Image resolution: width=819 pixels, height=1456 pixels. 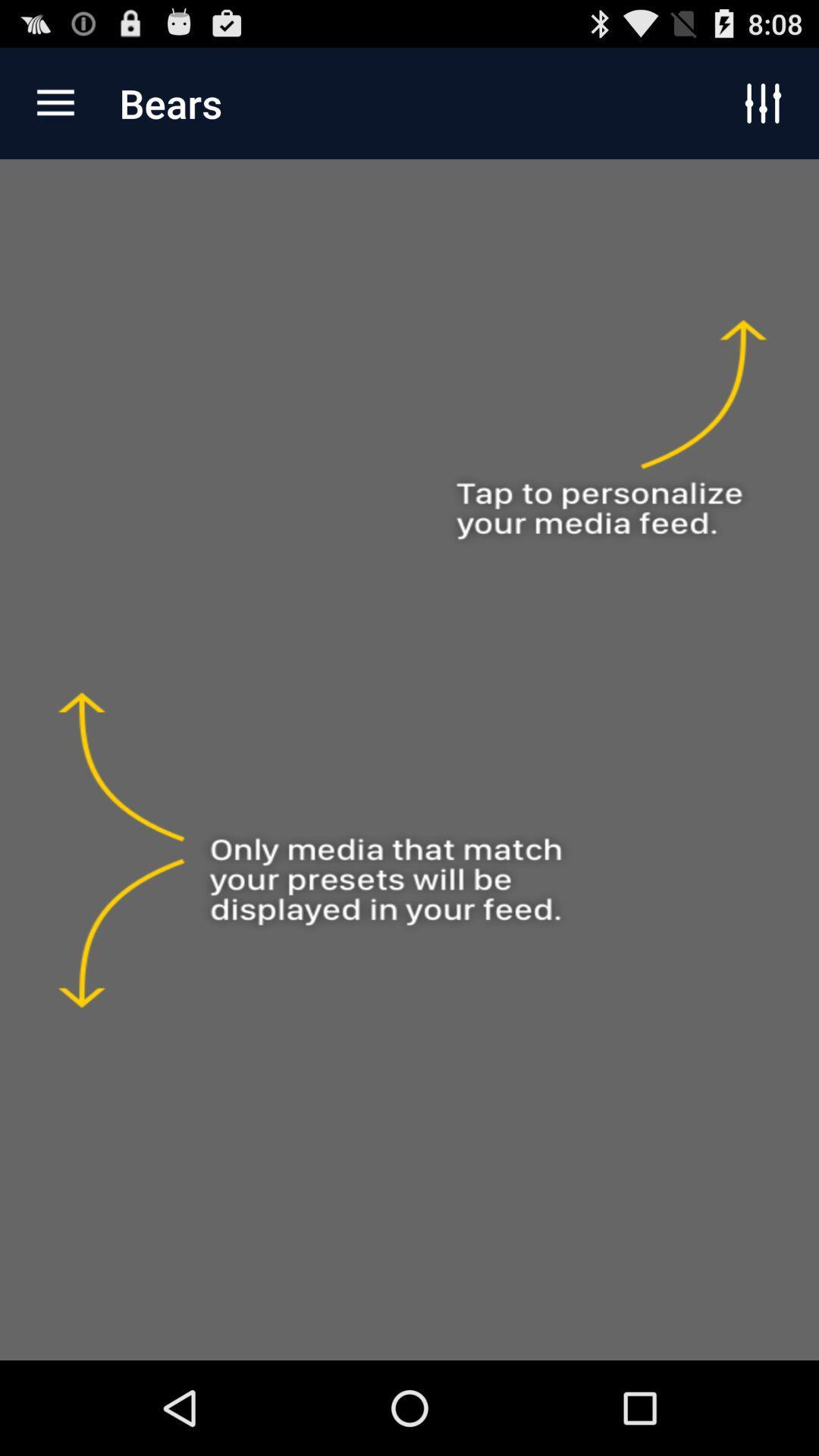 I want to click on change feed on bears, so click(x=409, y=760).